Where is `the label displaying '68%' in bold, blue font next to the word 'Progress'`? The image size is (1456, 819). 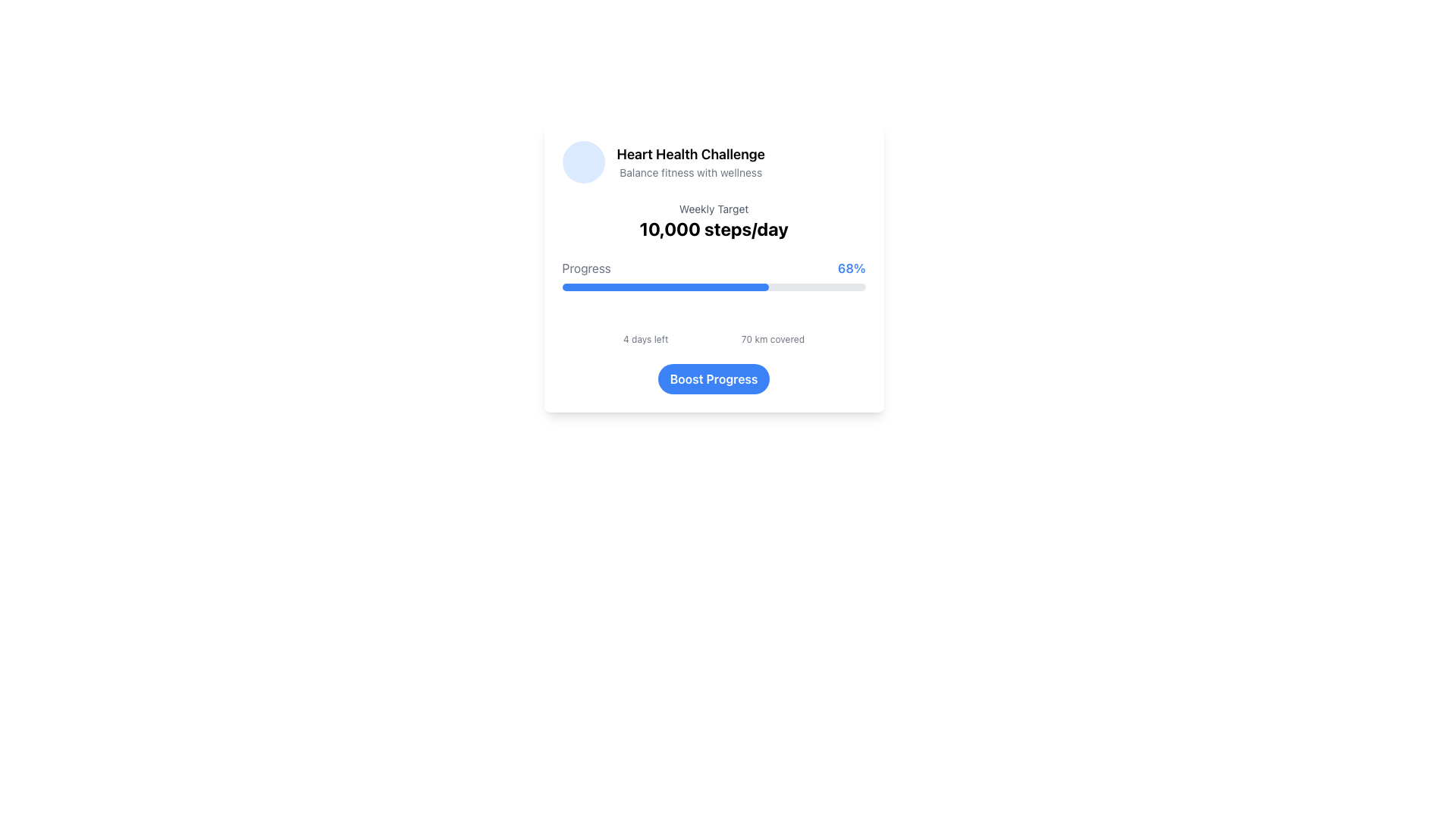 the label displaying '68%' in bold, blue font next to the word 'Progress' is located at coordinates (852, 268).